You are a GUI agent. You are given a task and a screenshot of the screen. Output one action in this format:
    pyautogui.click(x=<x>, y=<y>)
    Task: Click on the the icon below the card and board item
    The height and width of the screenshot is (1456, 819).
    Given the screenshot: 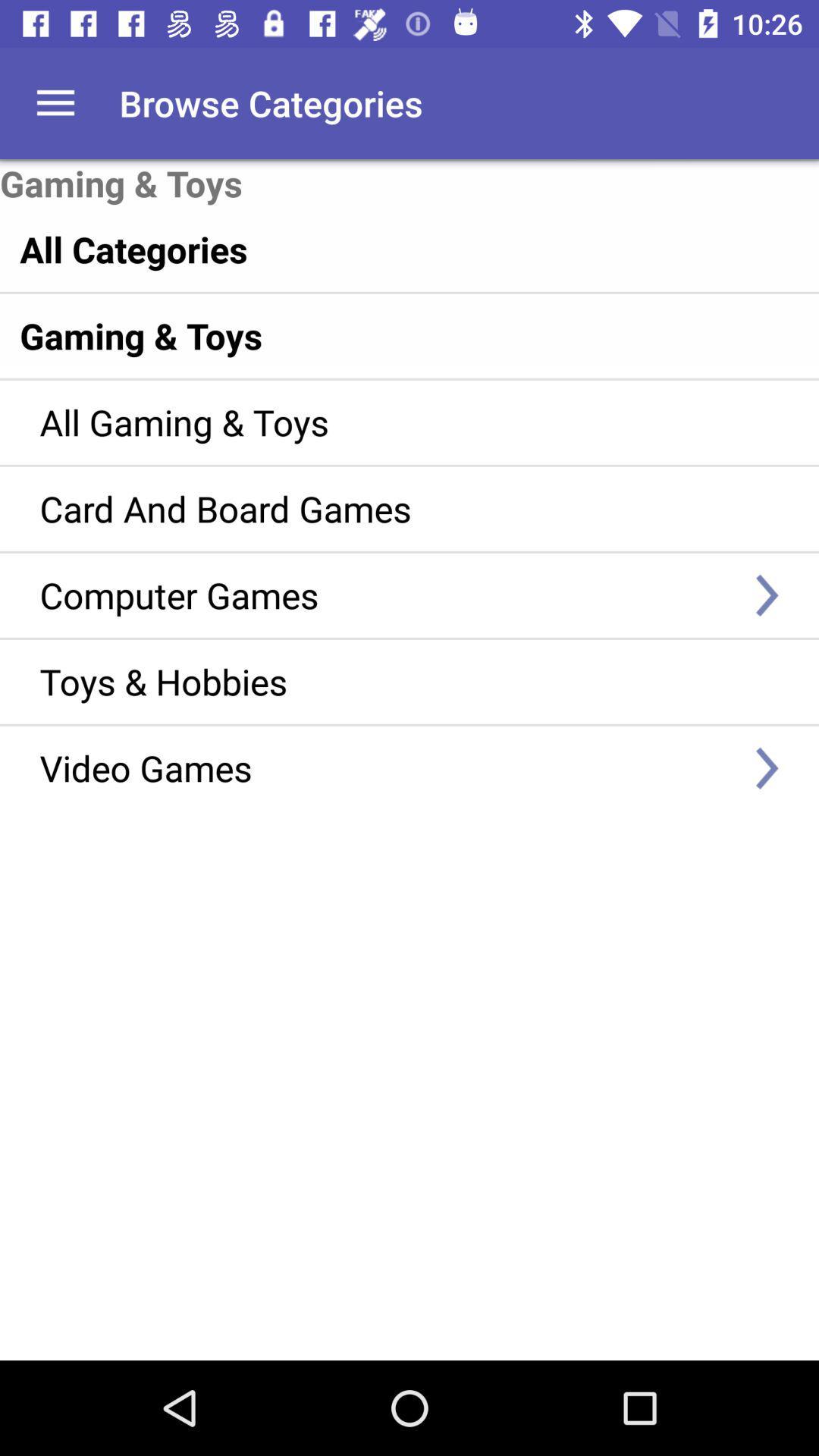 What is the action you would take?
    pyautogui.click(x=387, y=594)
    